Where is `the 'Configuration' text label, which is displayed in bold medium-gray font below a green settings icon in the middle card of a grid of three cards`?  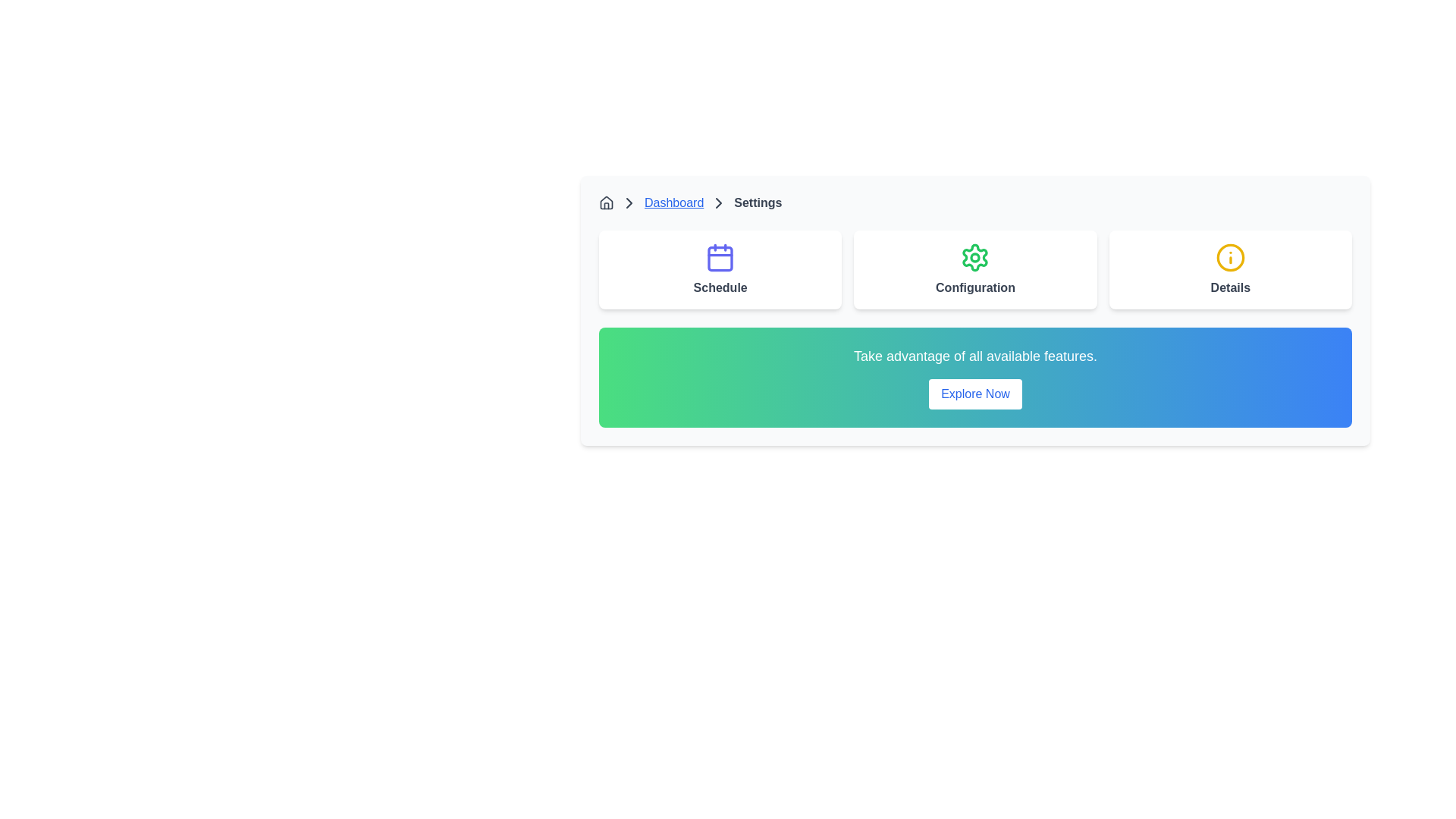
the 'Configuration' text label, which is displayed in bold medium-gray font below a green settings icon in the middle card of a grid of three cards is located at coordinates (975, 288).